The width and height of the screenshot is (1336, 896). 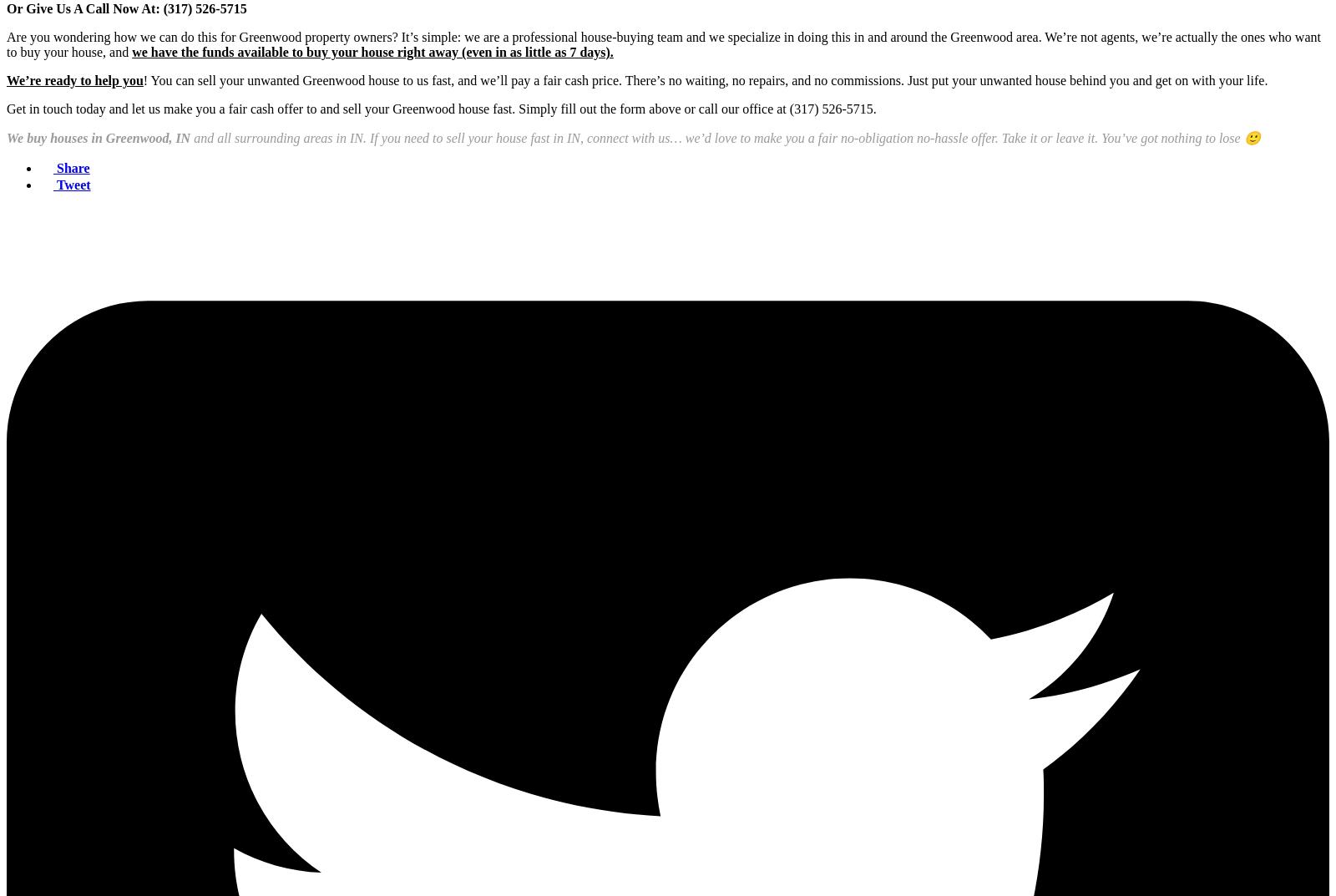 I want to click on 'We buy houses in Greenwood, IN', so click(x=97, y=137).